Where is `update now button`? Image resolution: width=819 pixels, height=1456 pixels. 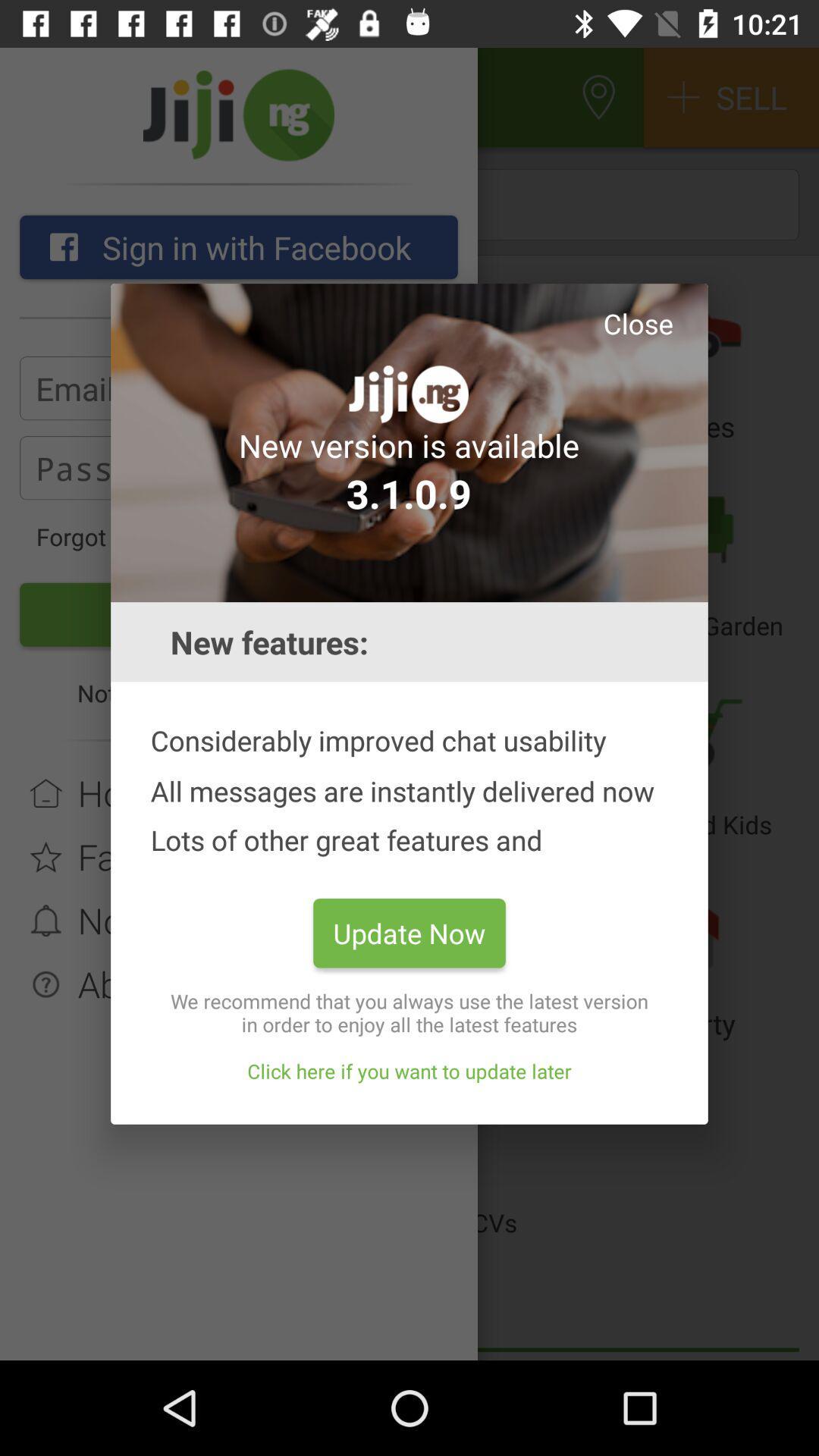 update now button is located at coordinates (409, 932).